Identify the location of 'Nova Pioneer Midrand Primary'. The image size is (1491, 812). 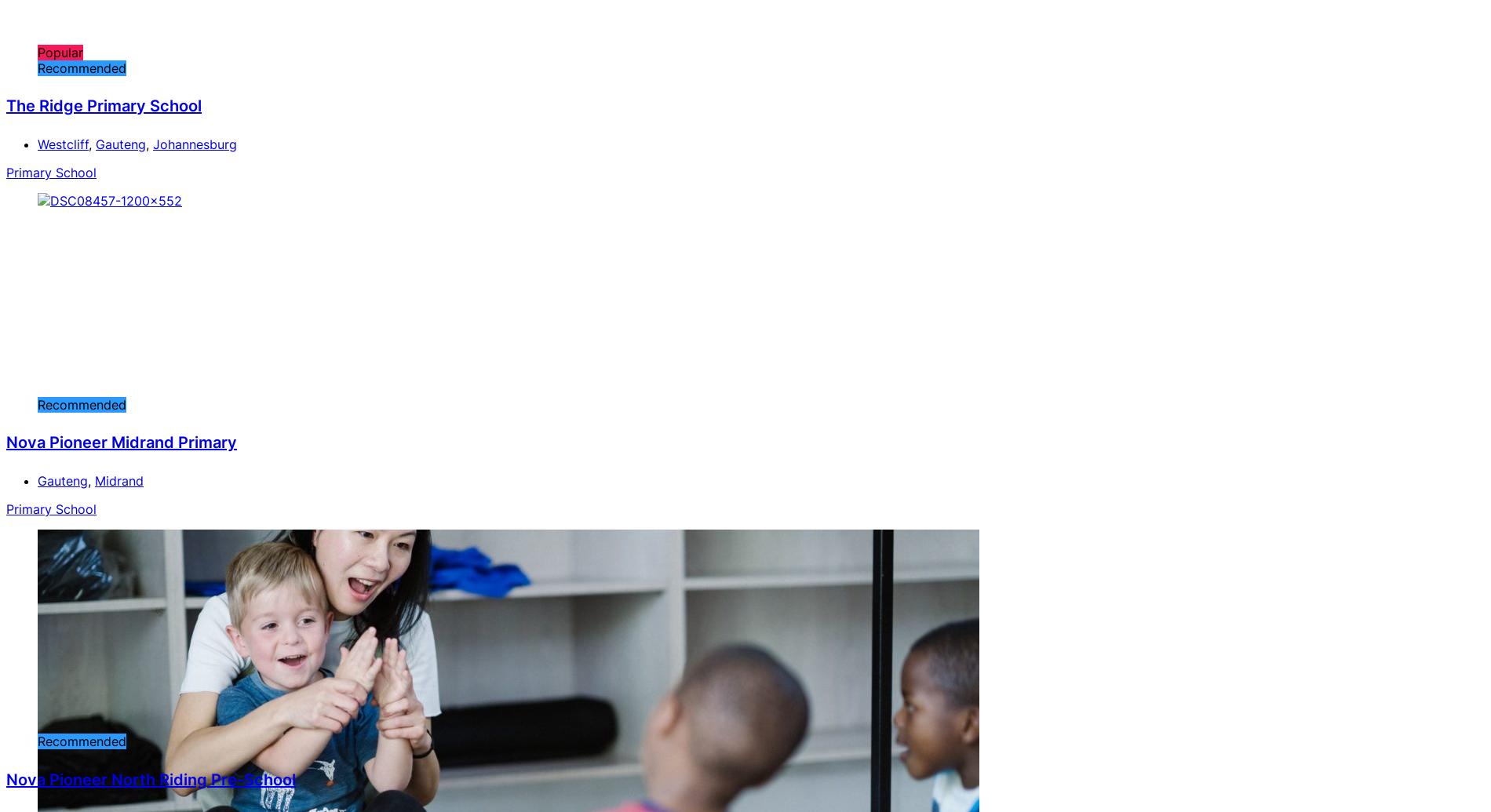
(122, 441).